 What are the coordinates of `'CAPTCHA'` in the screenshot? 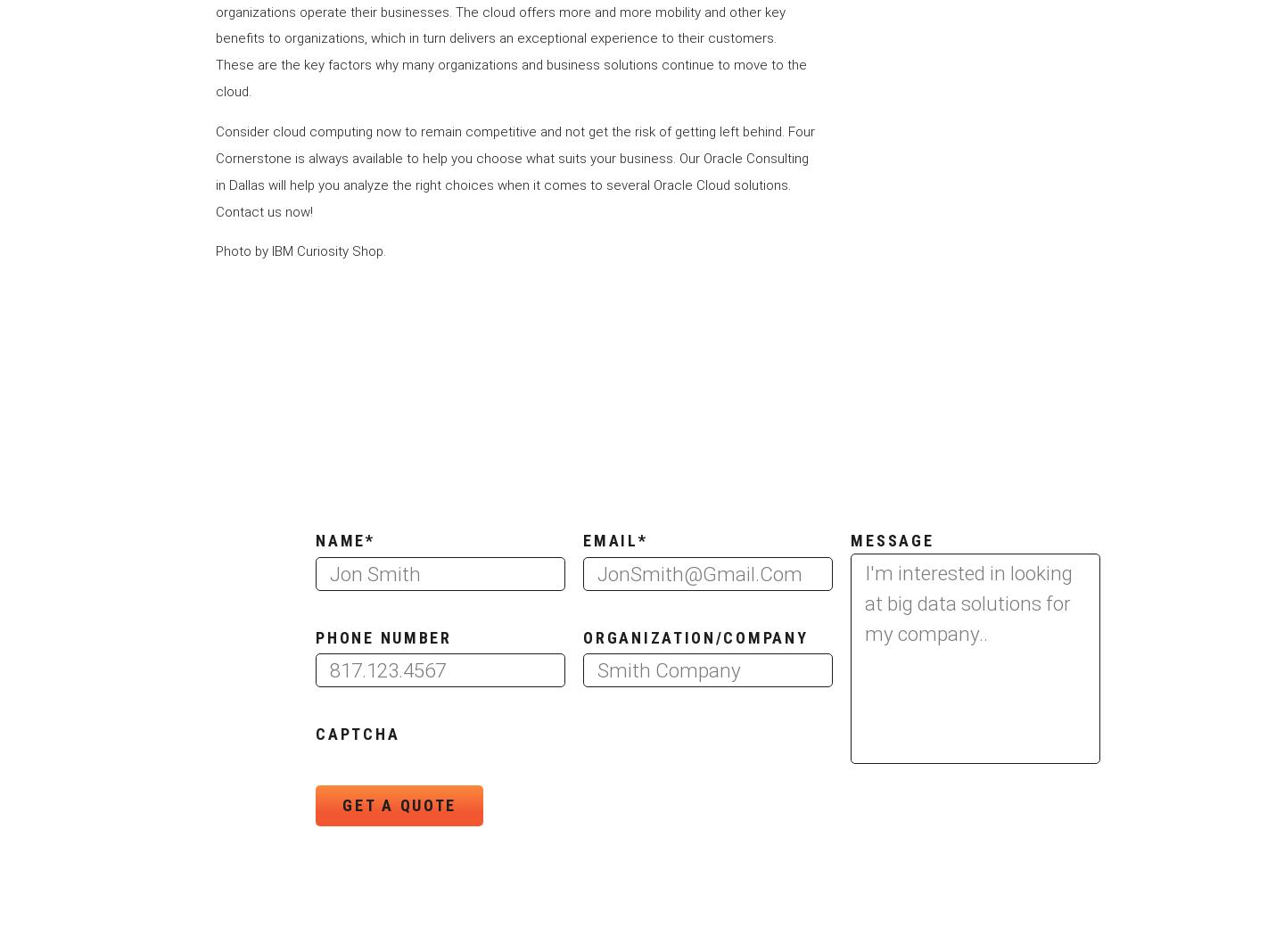 It's located at (357, 732).